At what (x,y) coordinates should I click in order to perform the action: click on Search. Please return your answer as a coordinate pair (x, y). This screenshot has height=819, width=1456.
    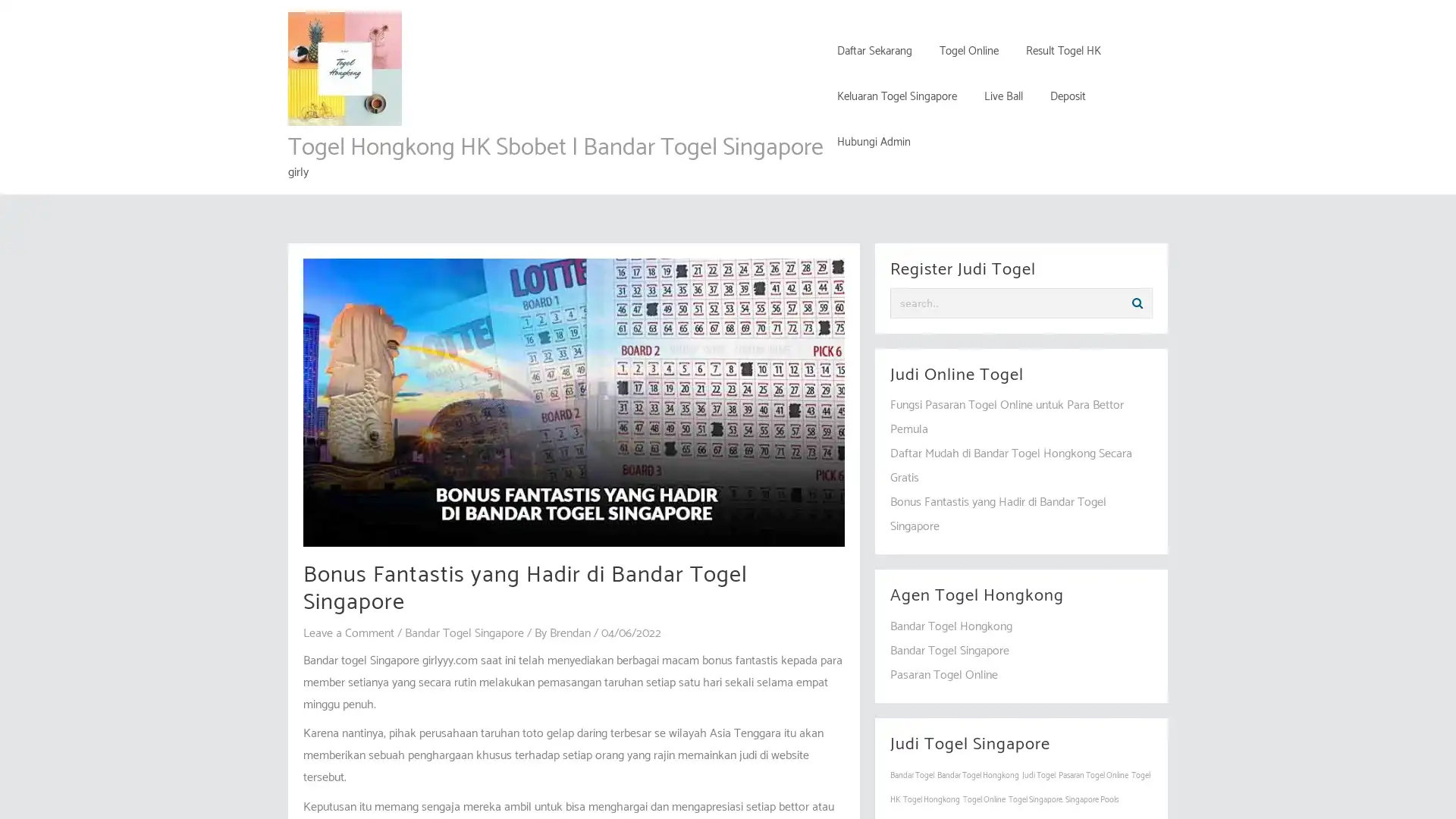
    Looking at the image, I should click on (1137, 303).